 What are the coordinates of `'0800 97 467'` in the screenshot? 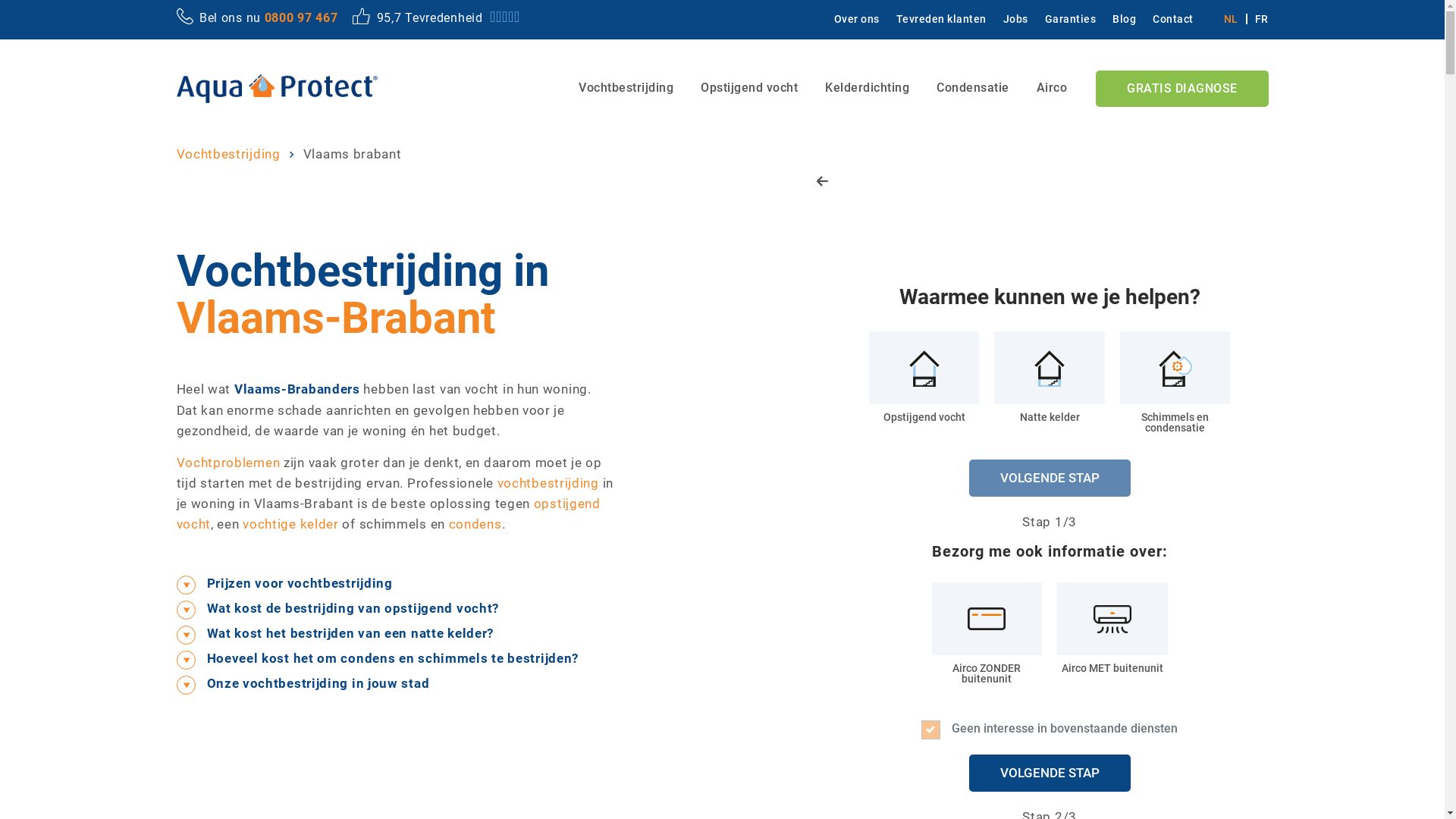 It's located at (301, 17).